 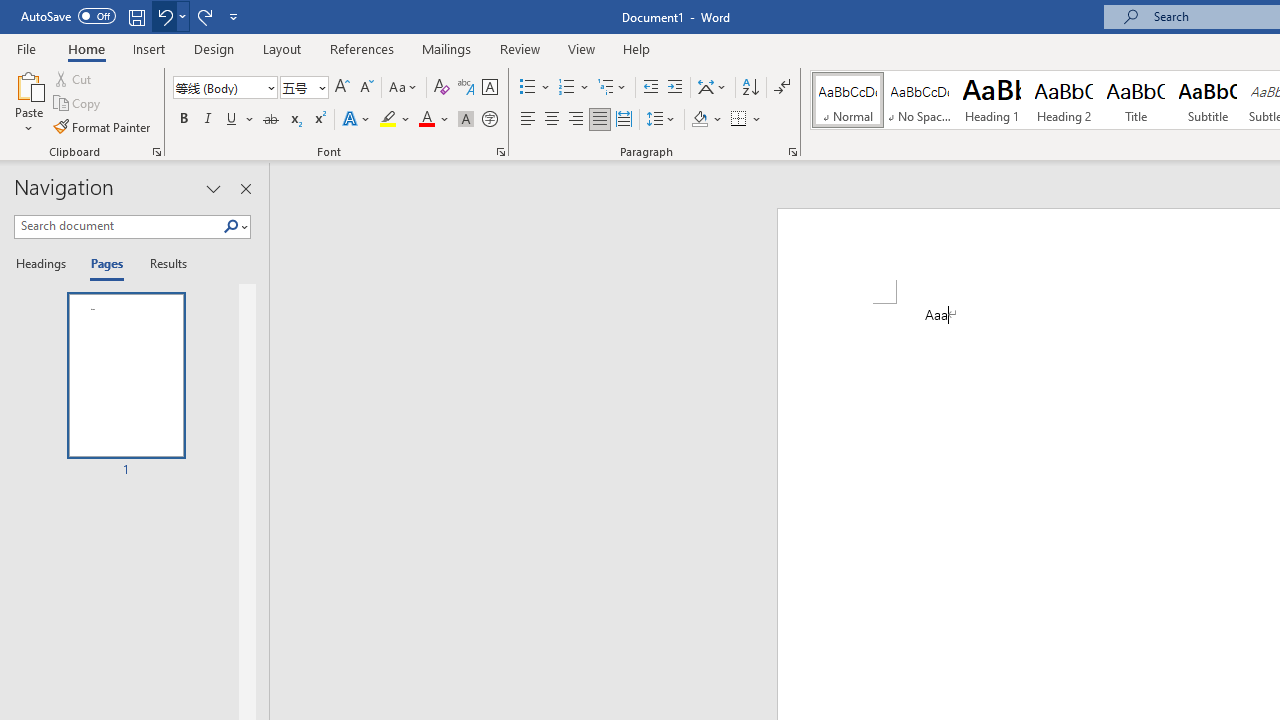 What do you see at coordinates (297, 86) in the screenshot?
I see `'Font Size'` at bounding box center [297, 86].